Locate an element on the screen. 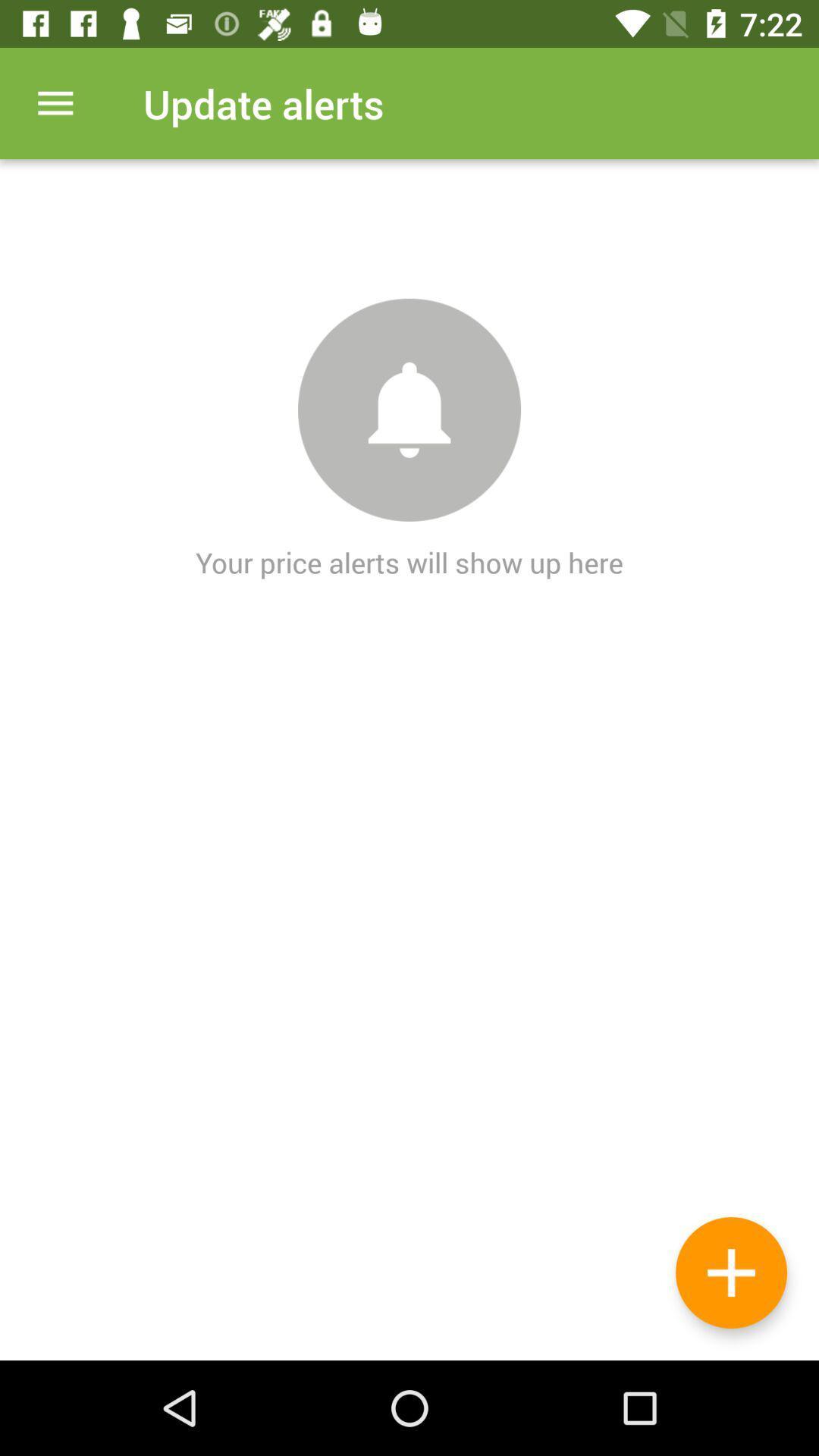 This screenshot has width=819, height=1456. display menu options is located at coordinates (55, 102).